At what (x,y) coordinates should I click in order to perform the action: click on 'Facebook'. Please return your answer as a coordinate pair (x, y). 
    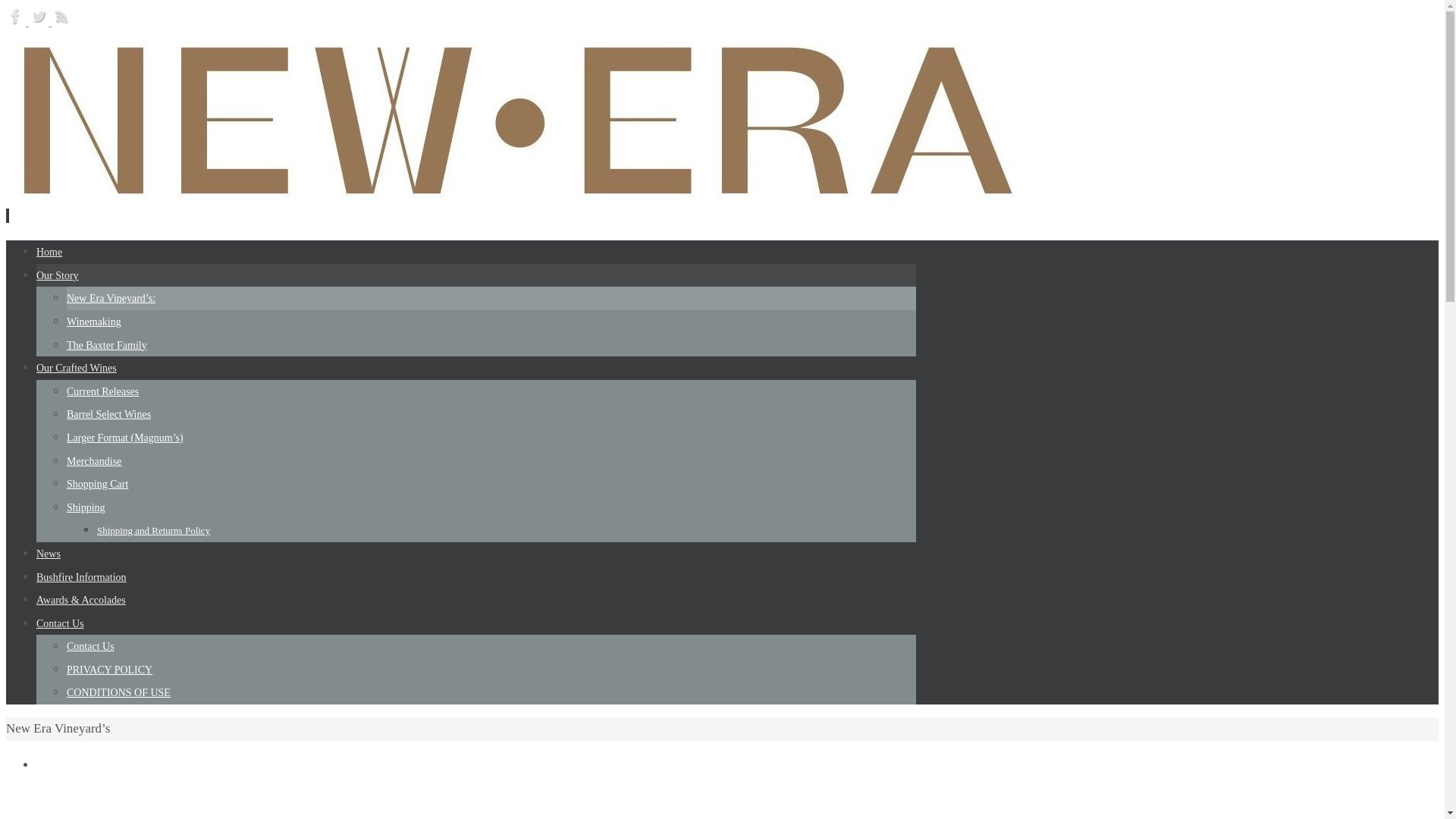
    Looking at the image, I should click on (17, 21).